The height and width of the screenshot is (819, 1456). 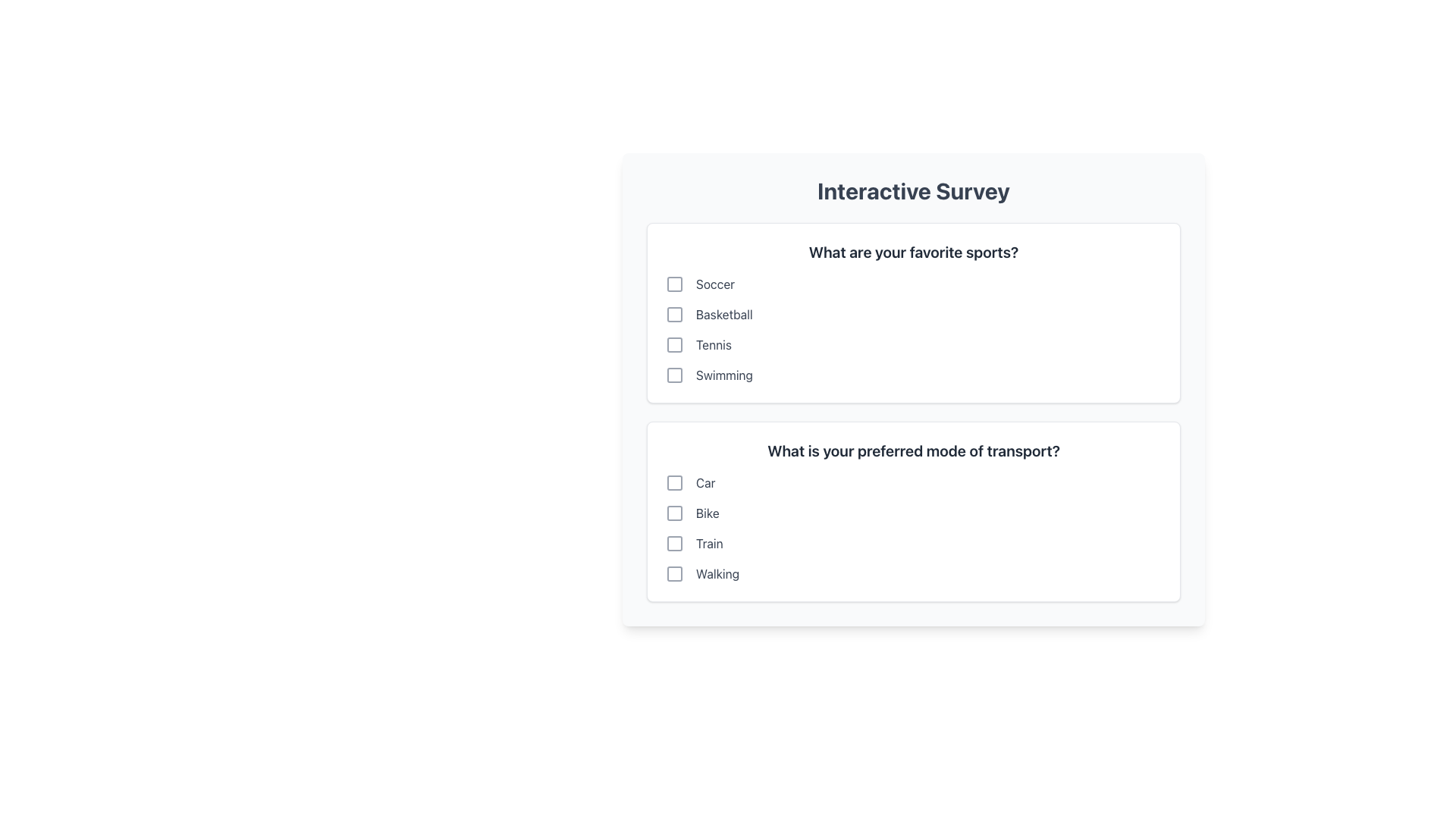 I want to click on the label for the checkbox option 'Swimming', which is the fourth item in the list of favorite sports options, so click(x=723, y=375).